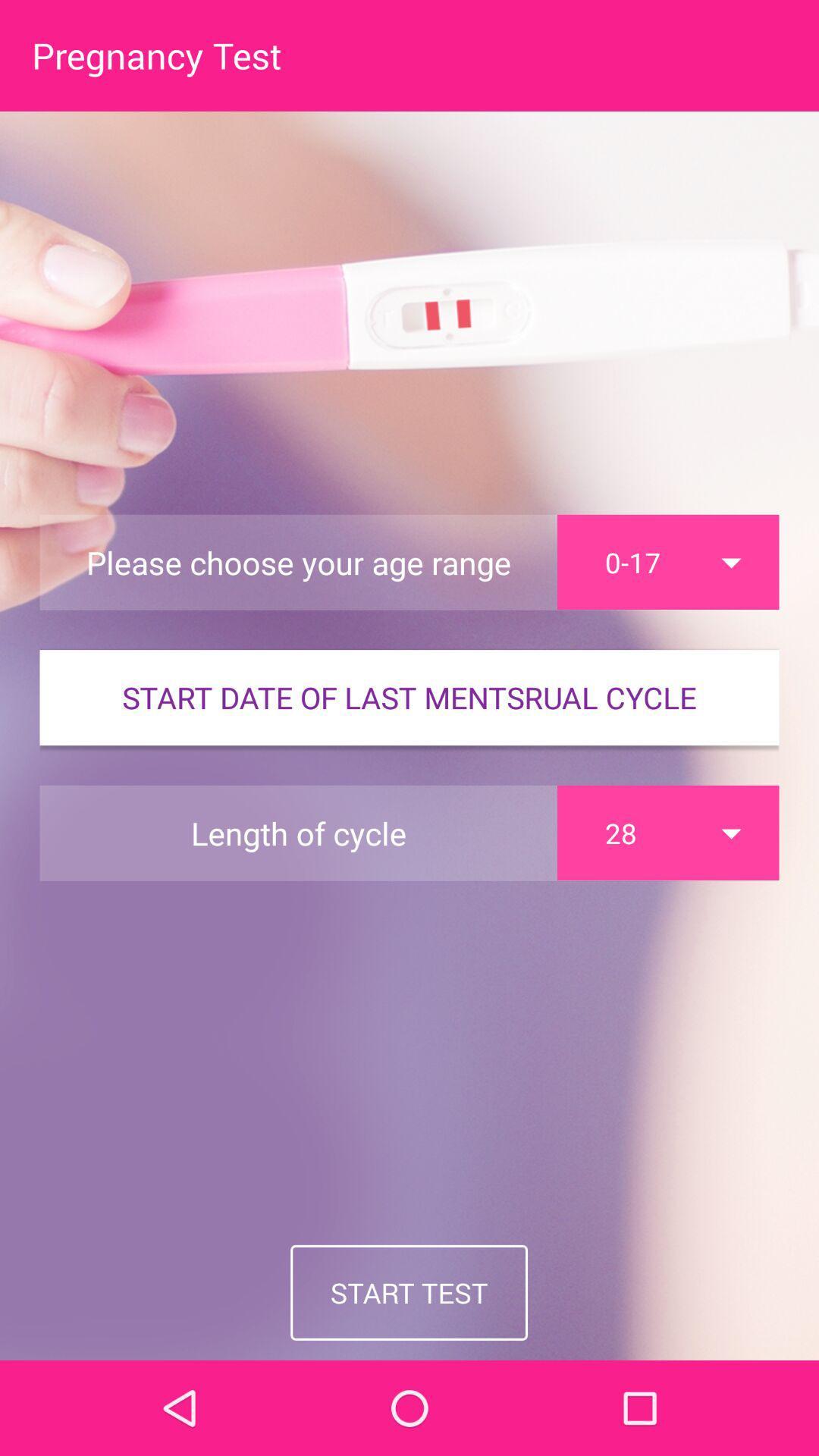  What do you see at coordinates (409, 697) in the screenshot?
I see `start date of` at bounding box center [409, 697].